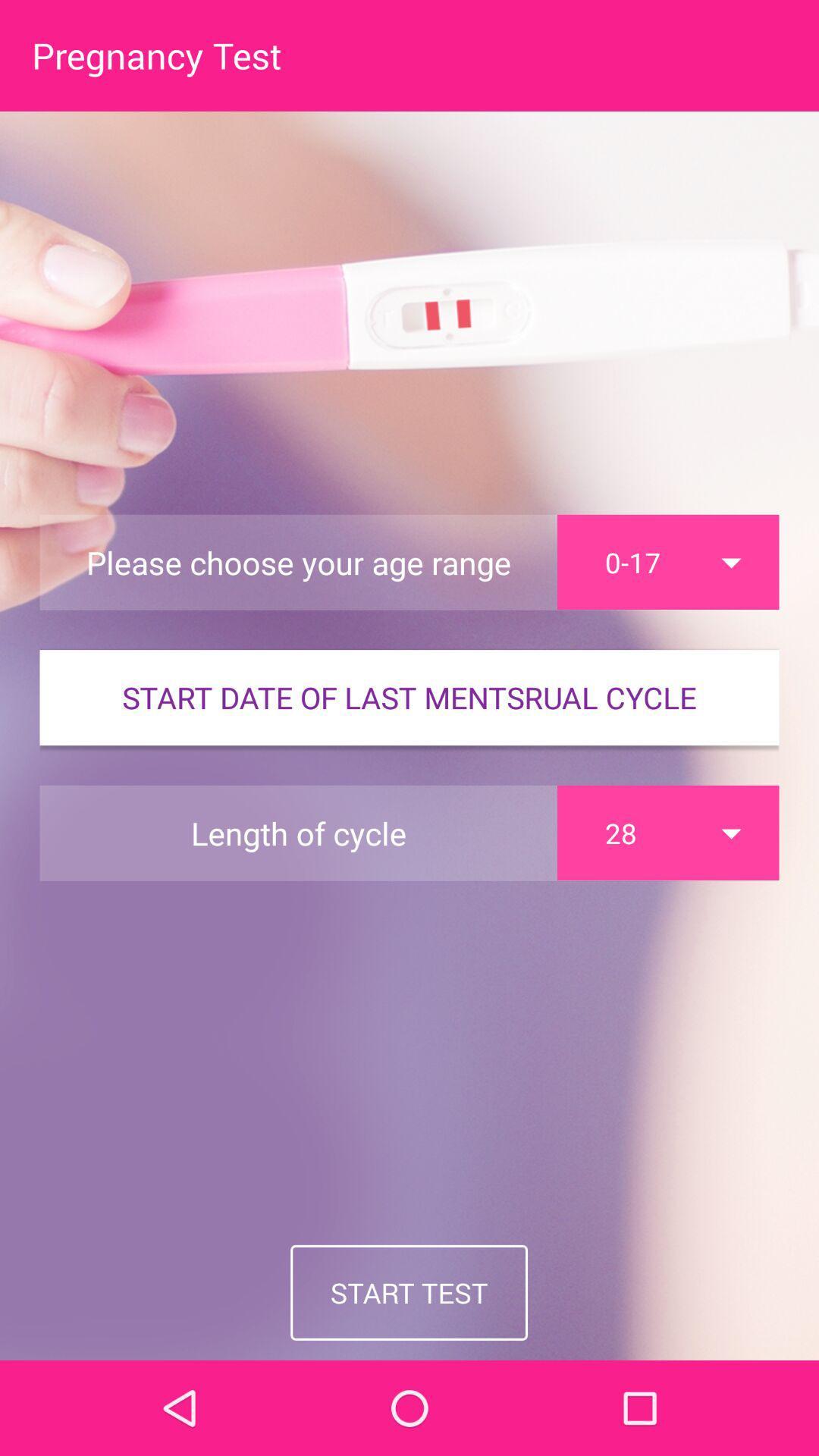  What do you see at coordinates (409, 697) in the screenshot?
I see `start date of` at bounding box center [409, 697].